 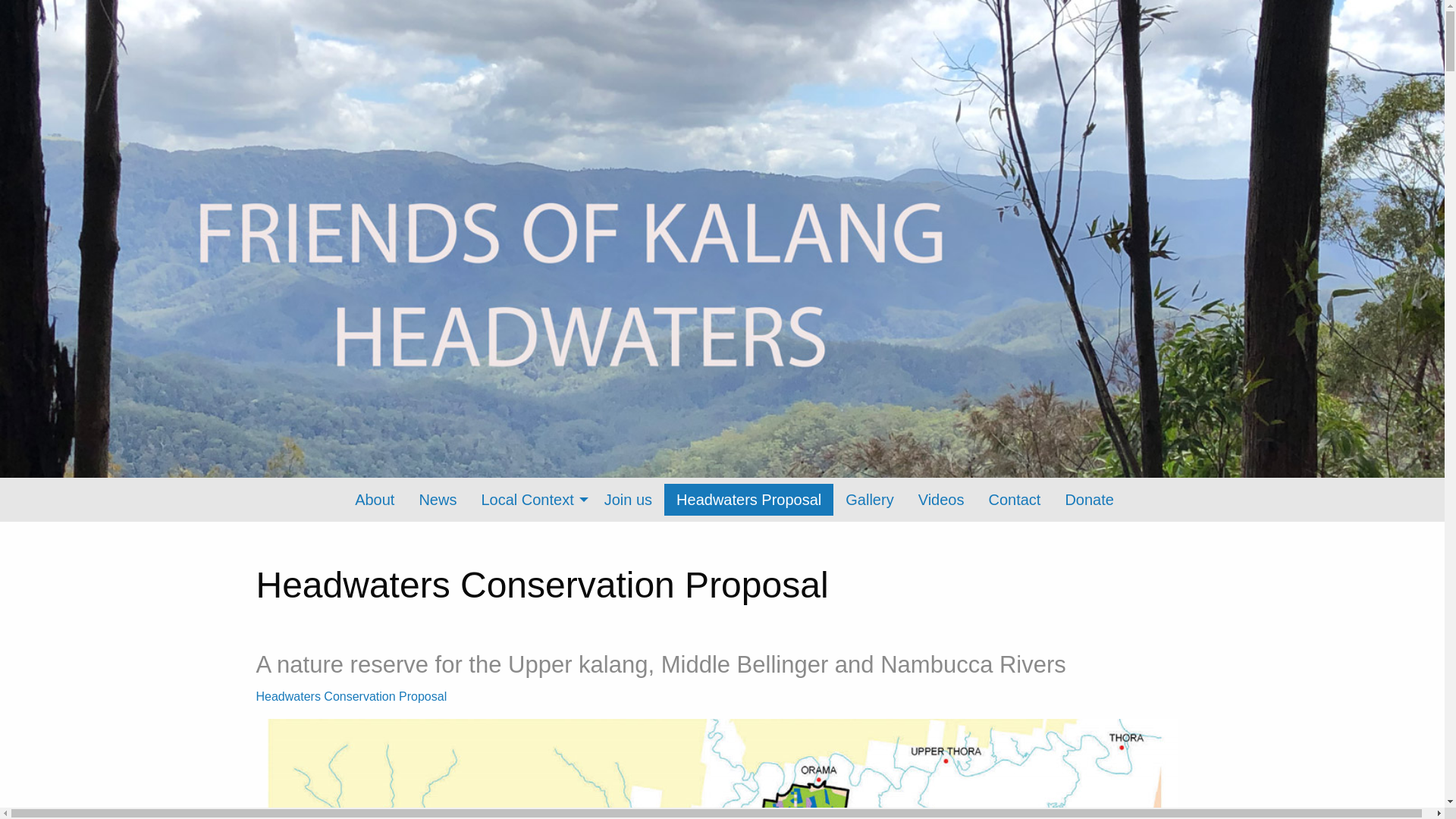 What do you see at coordinates (940, 500) in the screenshot?
I see `'Videos'` at bounding box center [940, 500].